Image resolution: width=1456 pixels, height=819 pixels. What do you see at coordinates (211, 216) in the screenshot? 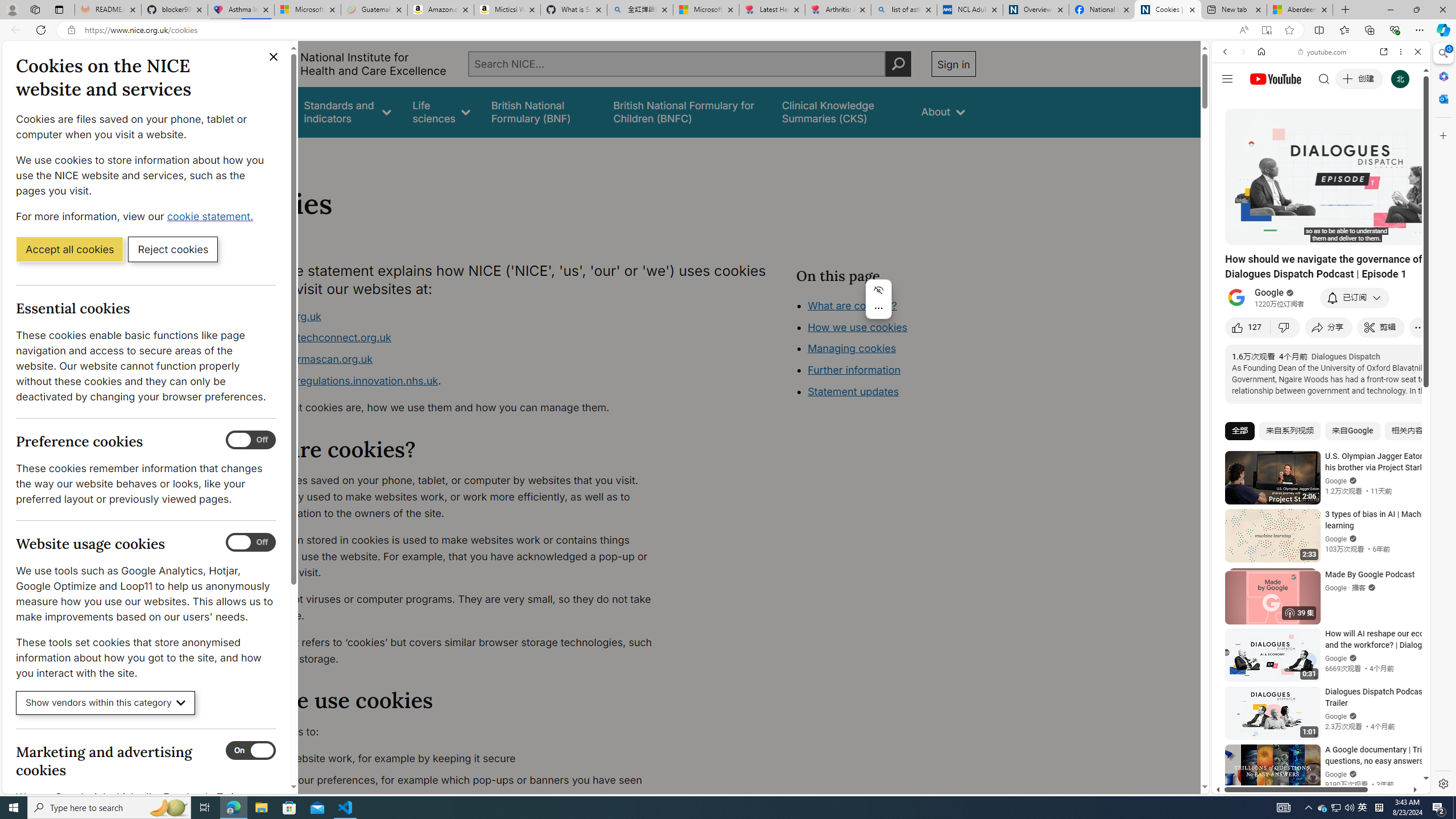
I see `'cookie statement. (Opens in a new window)'` at bounding box center [211, 216].